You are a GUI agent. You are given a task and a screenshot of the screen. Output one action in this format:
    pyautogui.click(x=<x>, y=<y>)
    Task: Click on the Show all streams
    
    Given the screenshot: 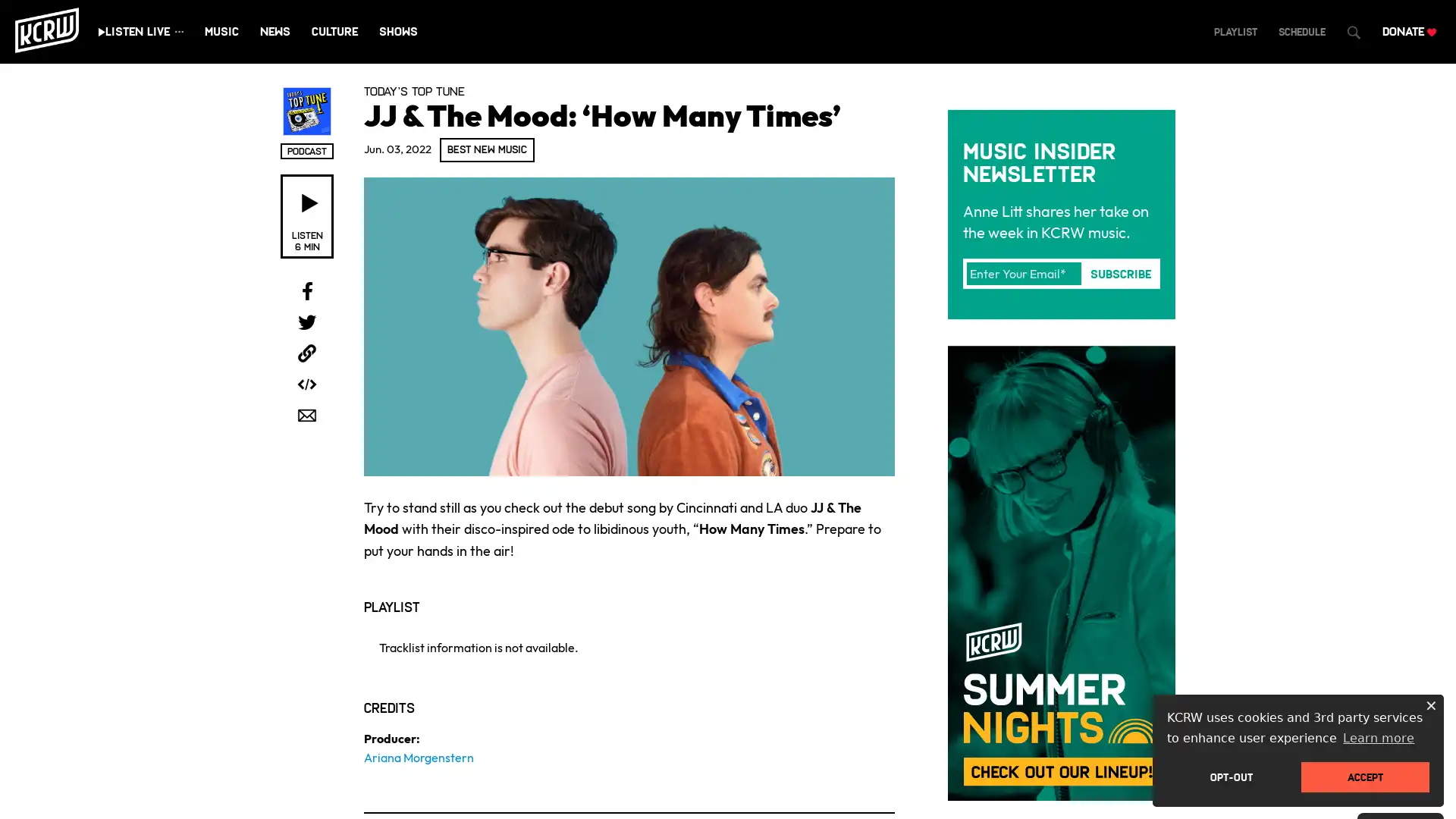 What is the action you would take?
    pyautogui.click(x=179, y=31)
    